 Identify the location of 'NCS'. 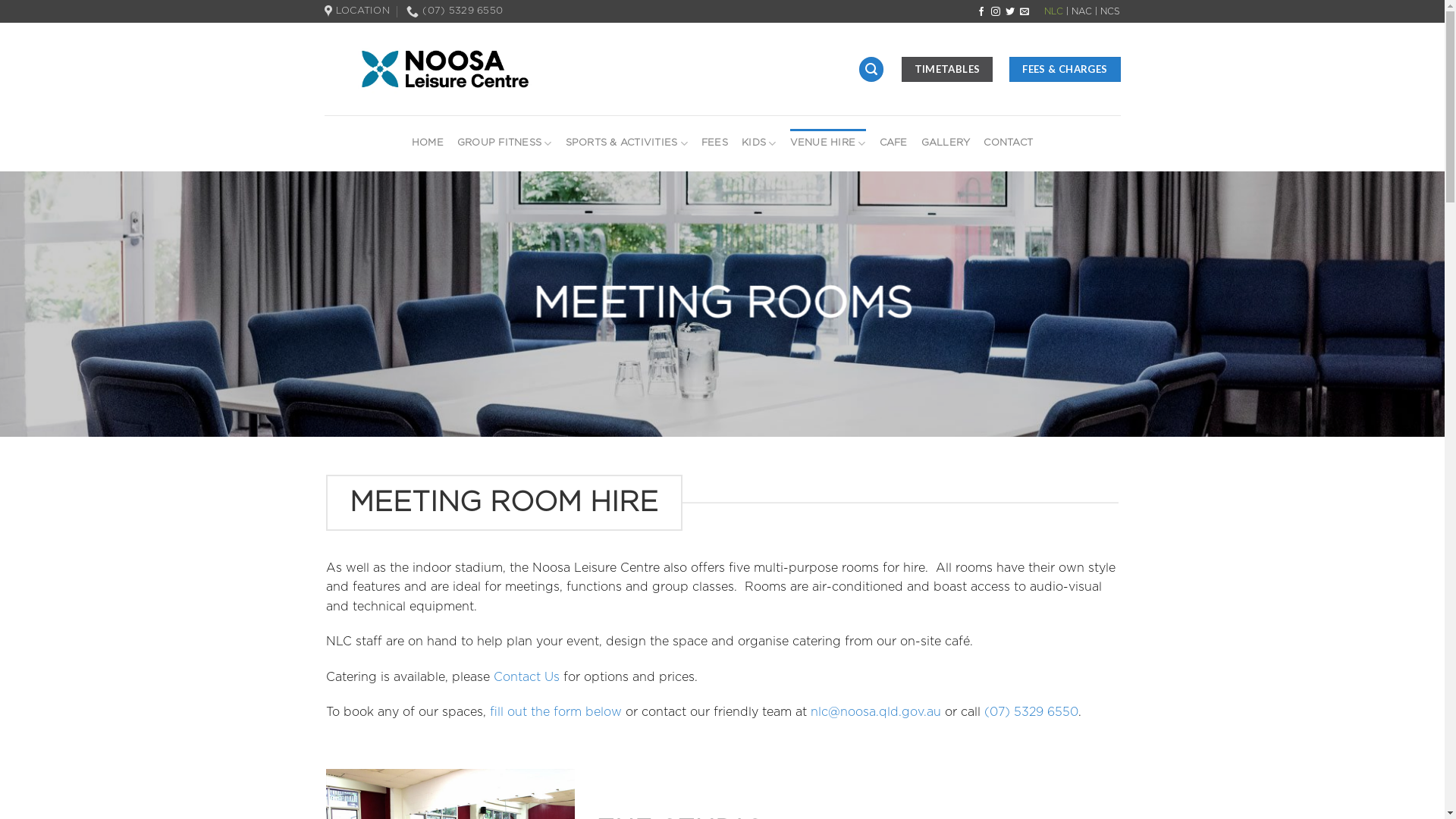
(1110, 11).